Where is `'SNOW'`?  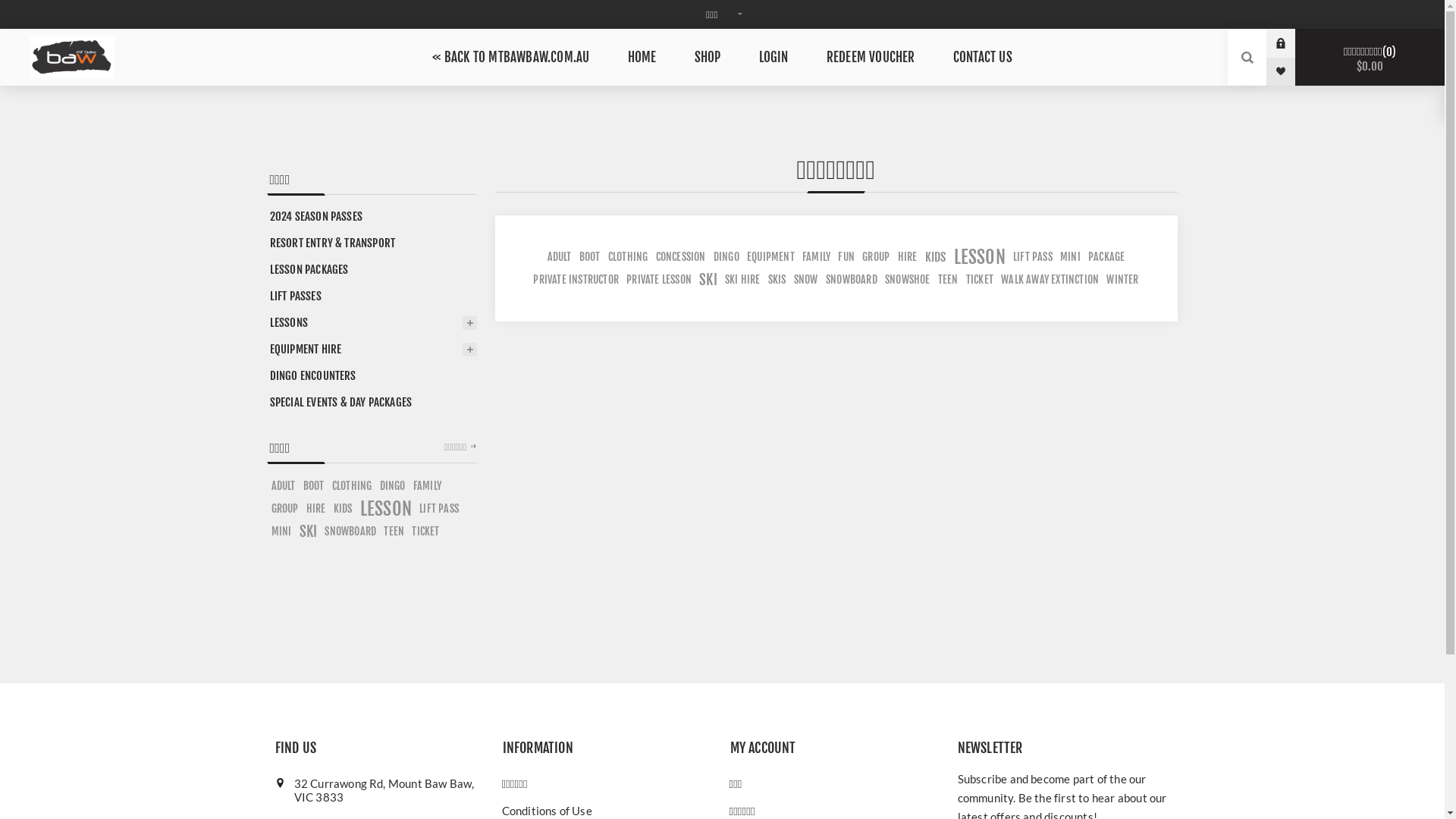 'SNOW' is located at coordinates (805, 280).